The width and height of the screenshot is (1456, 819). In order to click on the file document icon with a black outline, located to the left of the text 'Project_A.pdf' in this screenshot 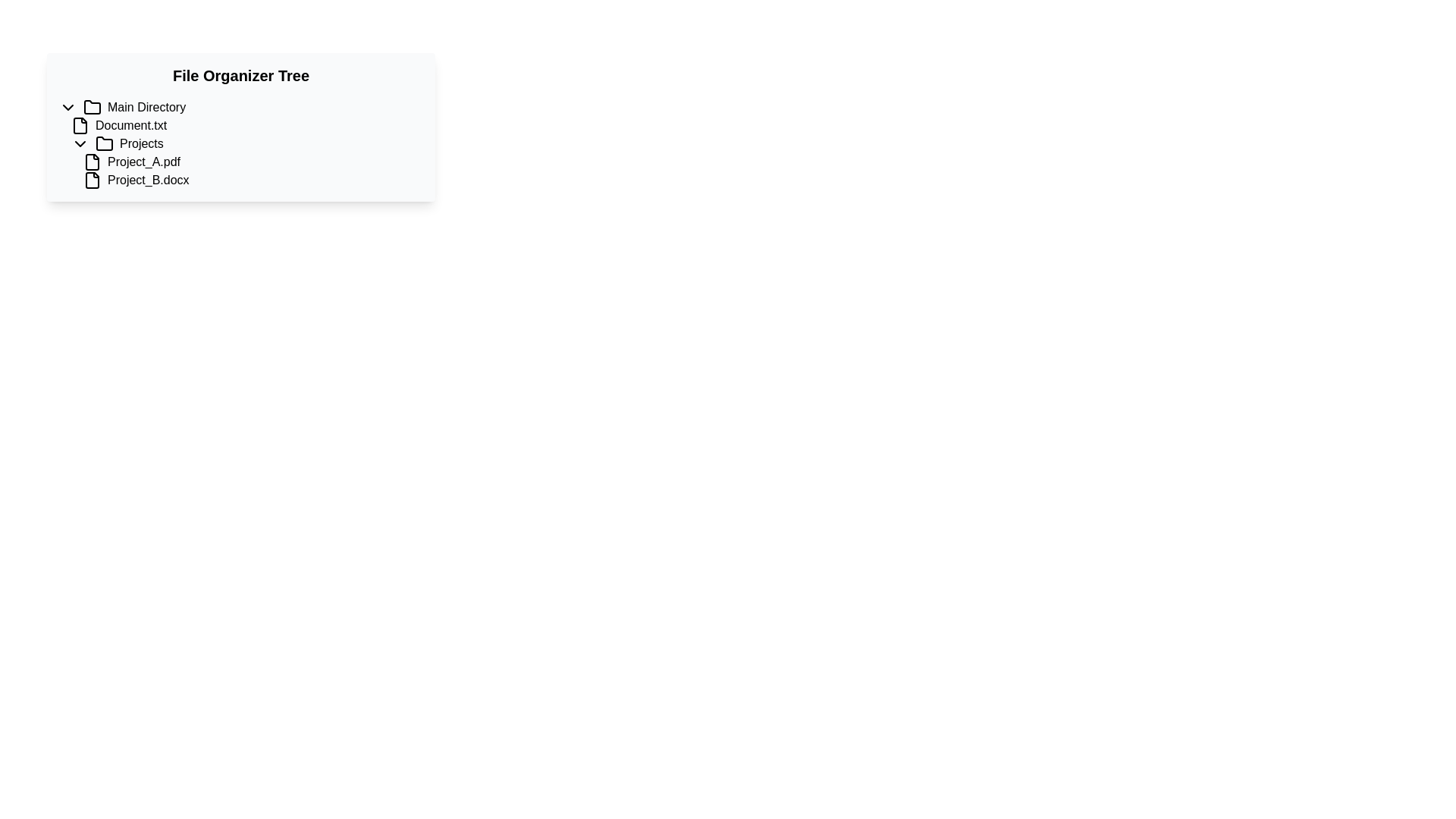, I will do `click(91, 162)`.